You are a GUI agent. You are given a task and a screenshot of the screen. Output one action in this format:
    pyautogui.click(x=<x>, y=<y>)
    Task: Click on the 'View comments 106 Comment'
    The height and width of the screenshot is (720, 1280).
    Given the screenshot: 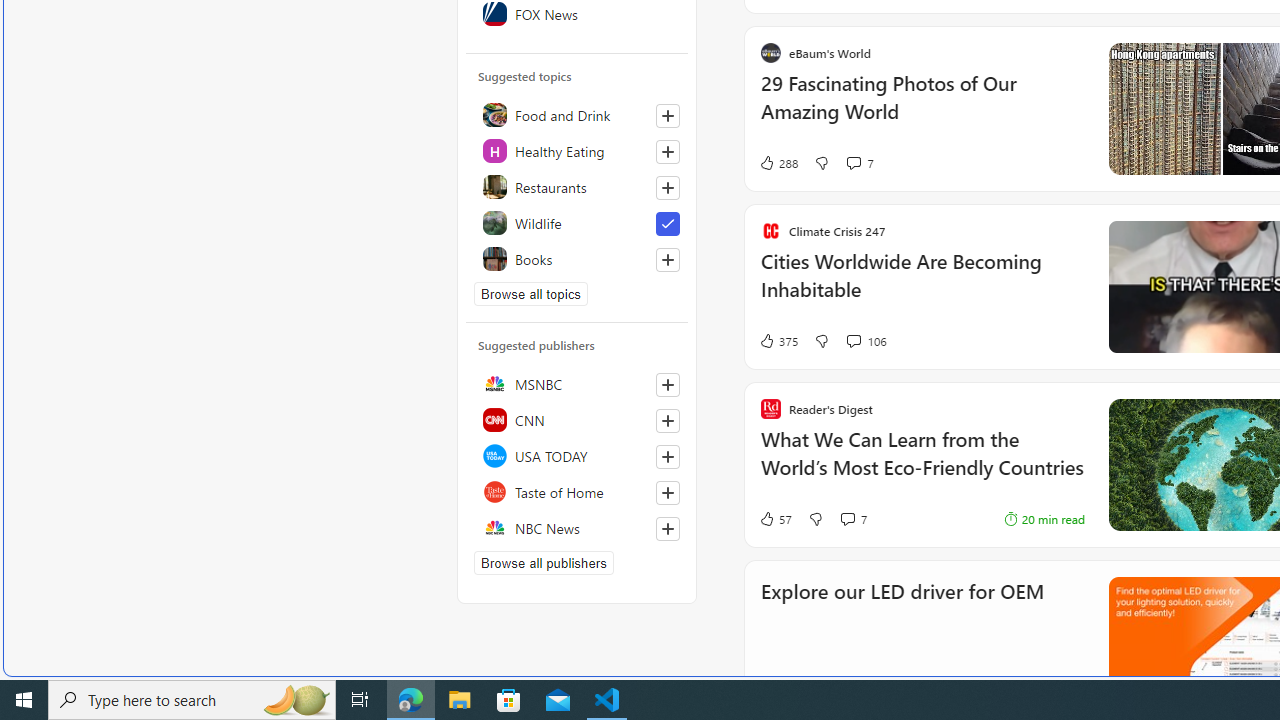 What is the action you would take?
    pyautogui.click(x=853, y=339)
    